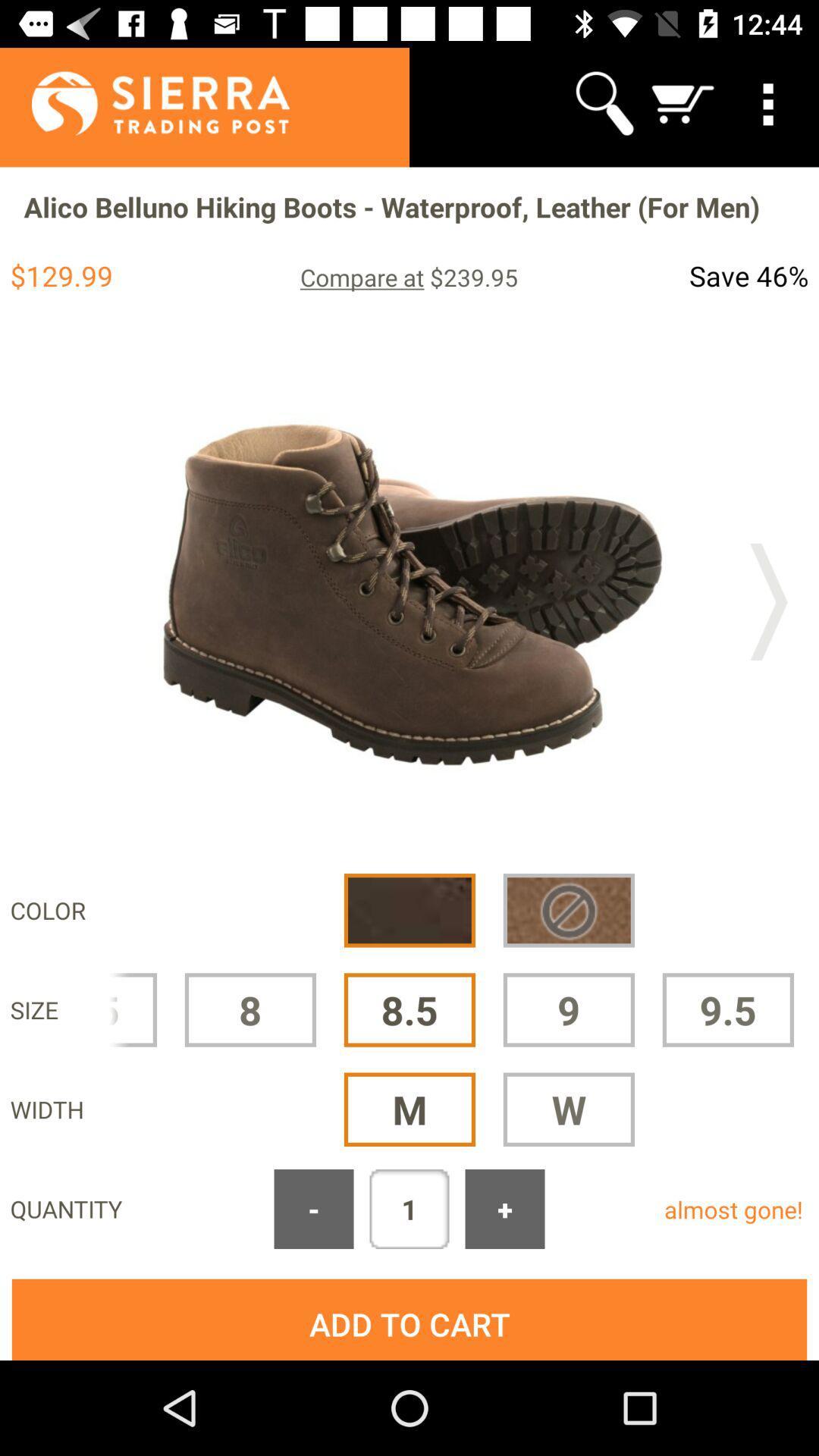 The image size is (819, 1456). What do you see at coordinates (409, 1319) in the screenshot?
I see `icon below the quantity icon` at bounding box center [409, 1319].